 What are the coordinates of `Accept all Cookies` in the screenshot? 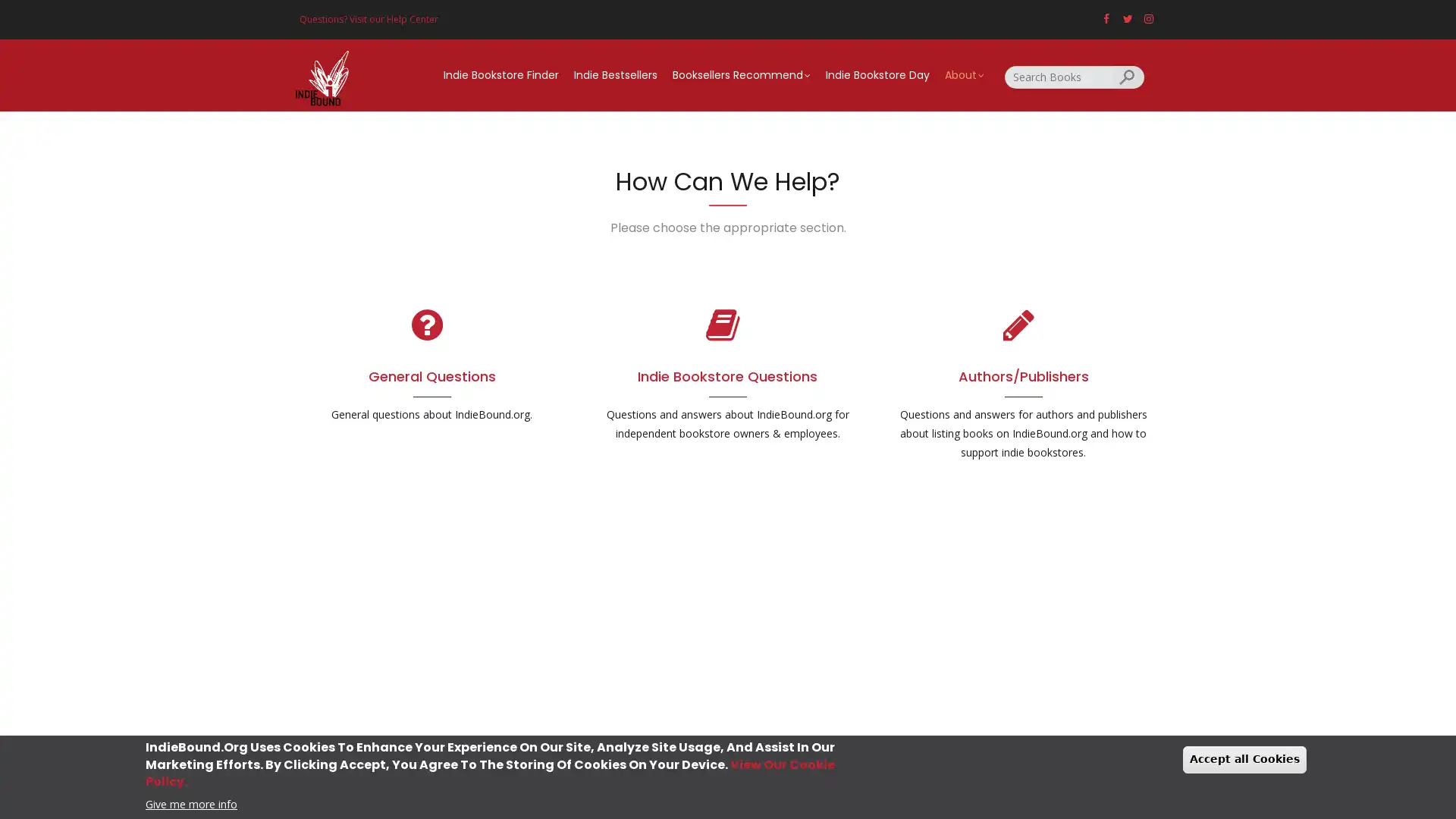 It's located at (1244, 759).